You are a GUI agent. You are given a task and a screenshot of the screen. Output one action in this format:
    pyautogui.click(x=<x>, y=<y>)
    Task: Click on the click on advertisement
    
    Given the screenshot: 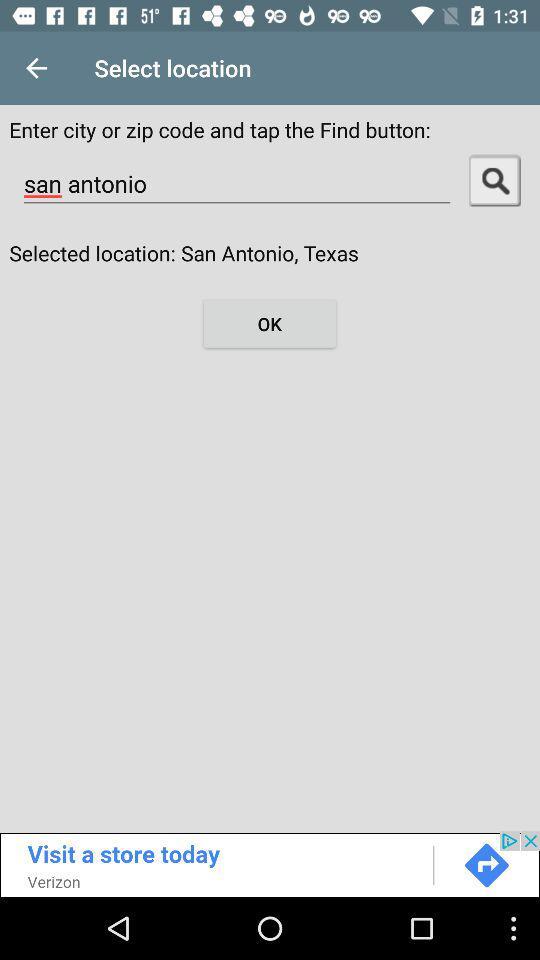 What is the action you would take?
    pyautogui.click(x=270, y=863)
    